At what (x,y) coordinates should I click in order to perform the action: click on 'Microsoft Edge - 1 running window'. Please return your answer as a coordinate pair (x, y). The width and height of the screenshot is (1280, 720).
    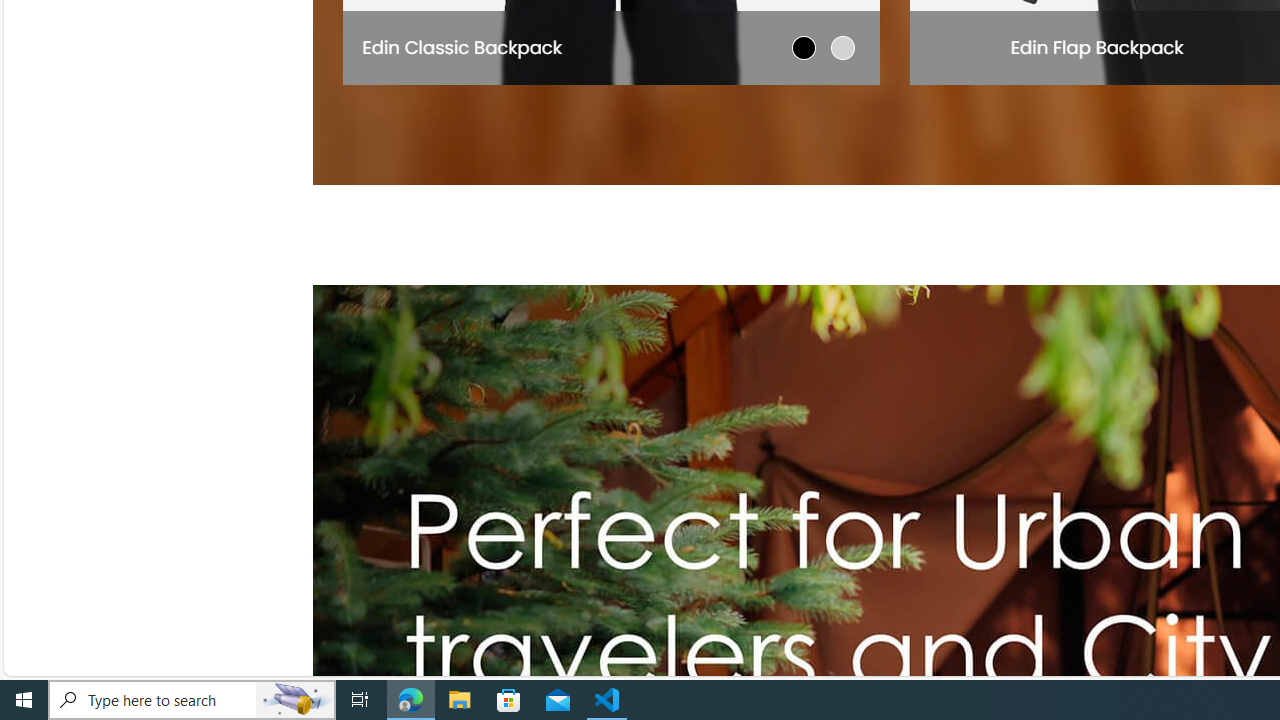
    Looking at the image, I should click on (410, 698).